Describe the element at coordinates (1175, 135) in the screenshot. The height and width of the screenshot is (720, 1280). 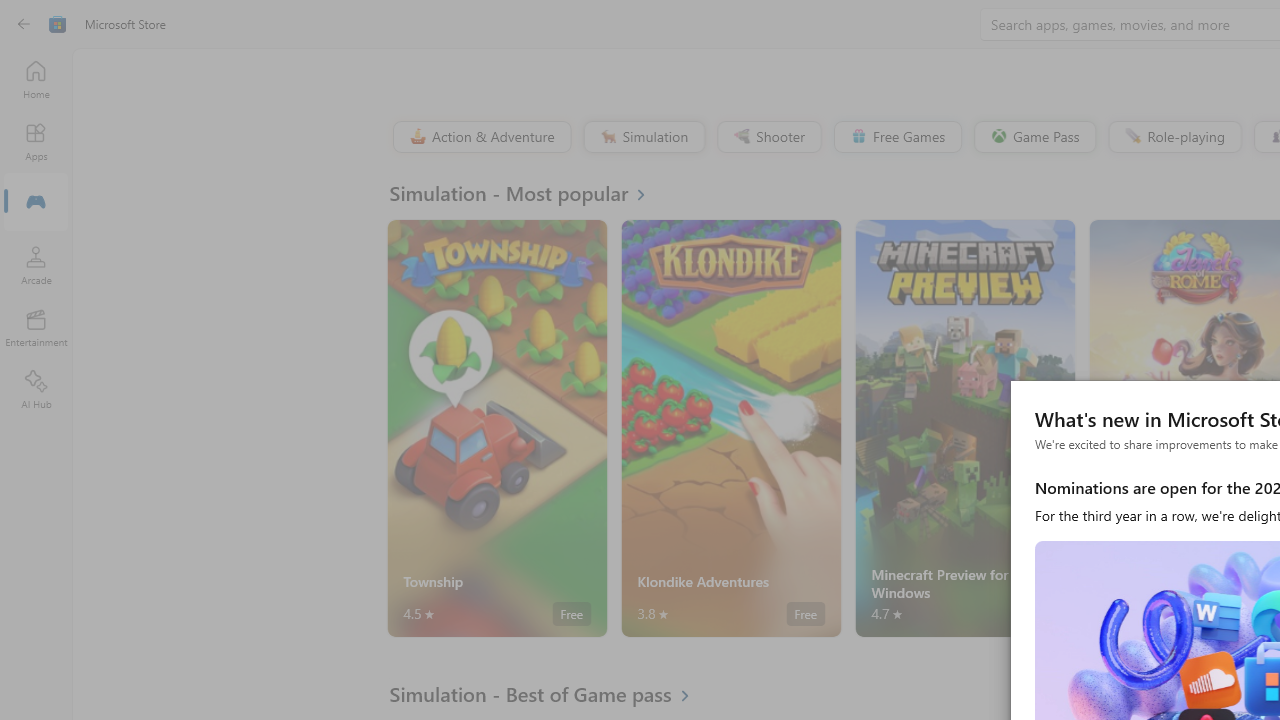
I see `'Role-playing'` at that location.